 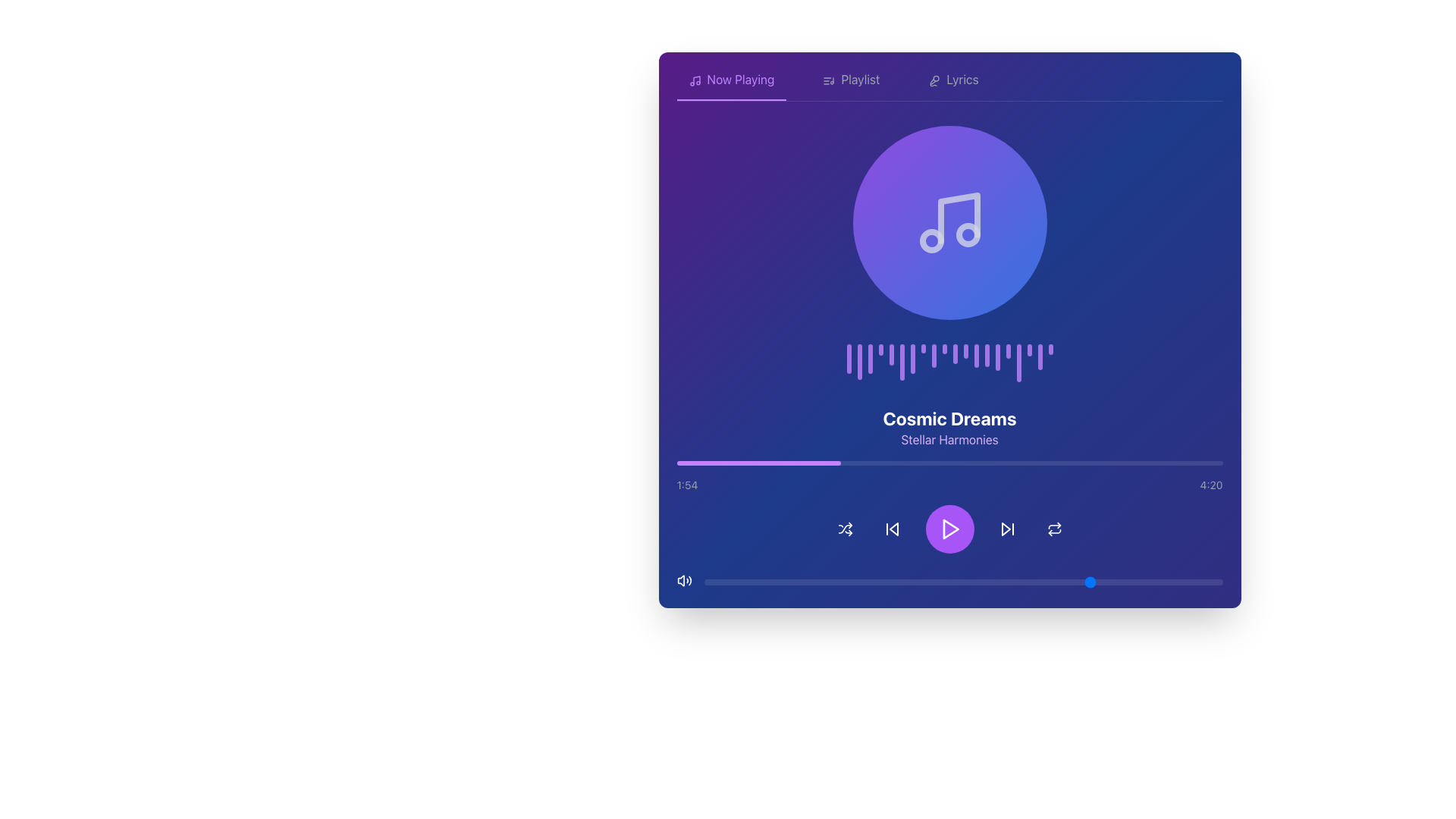 What do you see at coordinates (949, 462) in the screenshot?
I see `the progress bar located below the song title 'Cosmic Dreams' and above the time indicators '1:54' and '4:20'` at bounding box center [949, 462].